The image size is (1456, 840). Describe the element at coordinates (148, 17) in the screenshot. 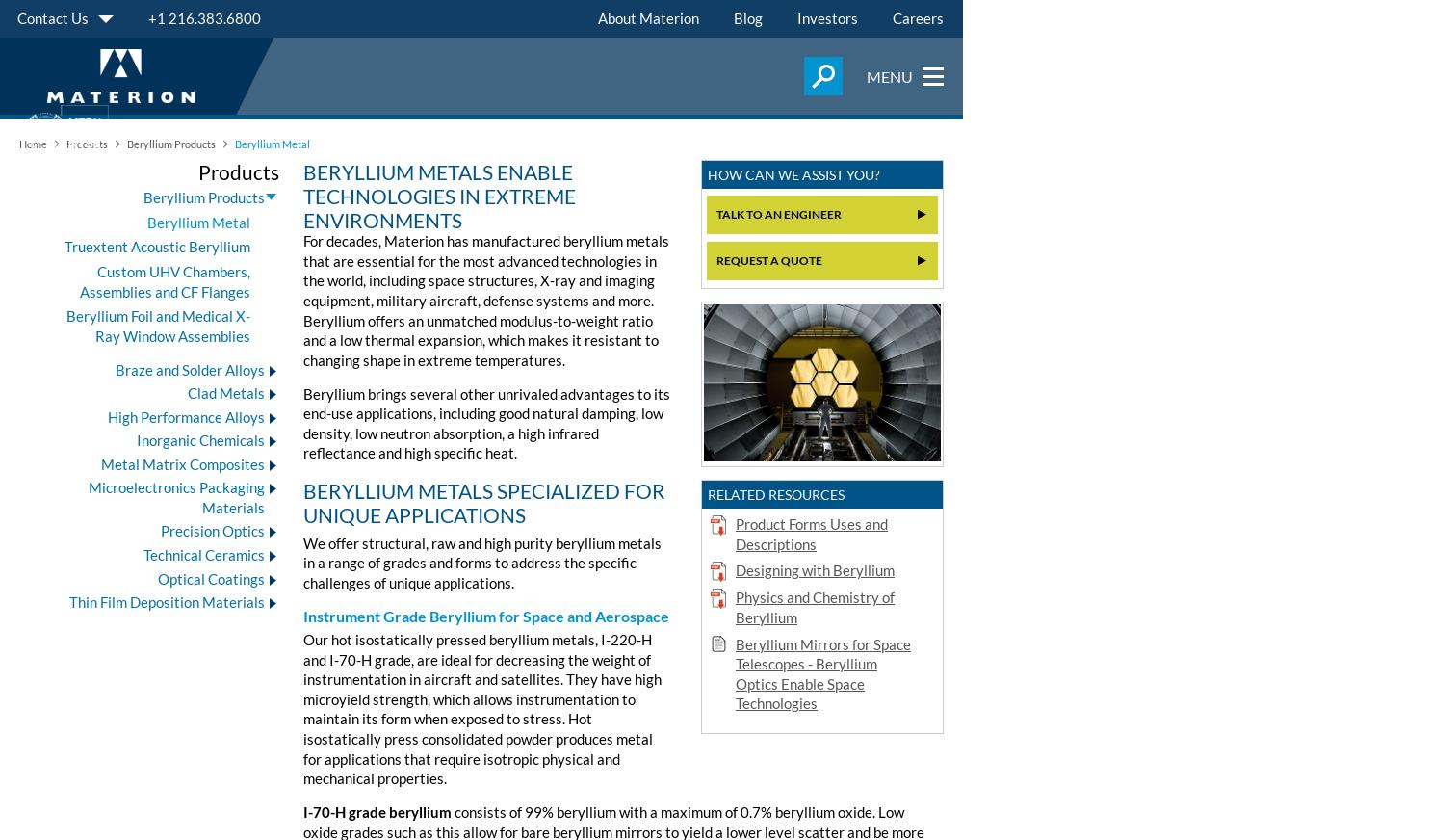

I see `'+1 216.383.6800'` at that location.